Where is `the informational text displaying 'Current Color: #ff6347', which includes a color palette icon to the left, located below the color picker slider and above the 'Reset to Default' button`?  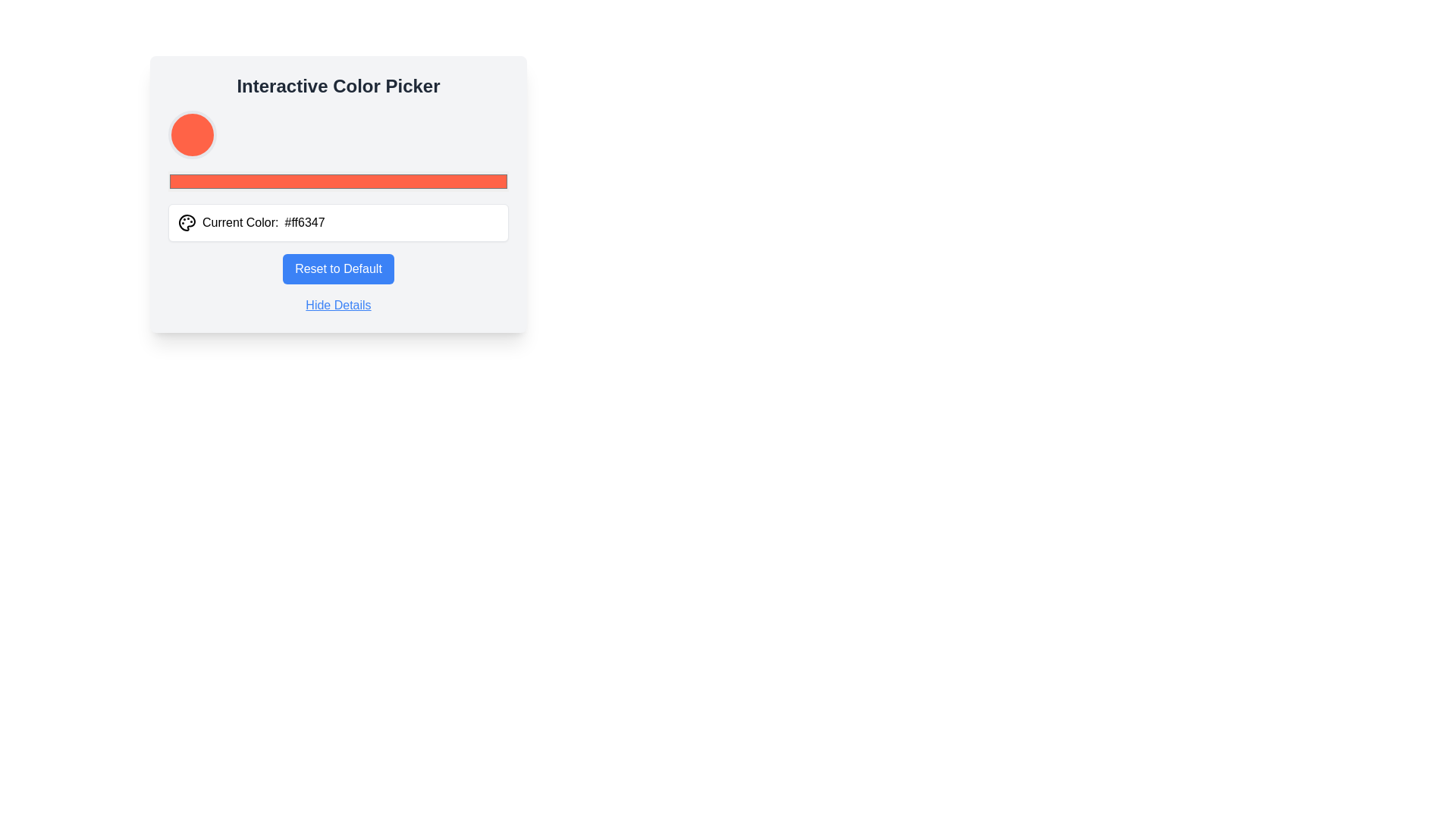 the informational text displaying 'Current Color: #ff6347', which includes a color palette icon to the left, located below the color picker slider and above the 'Reset to Default' button is located at coordinates (337, 222).